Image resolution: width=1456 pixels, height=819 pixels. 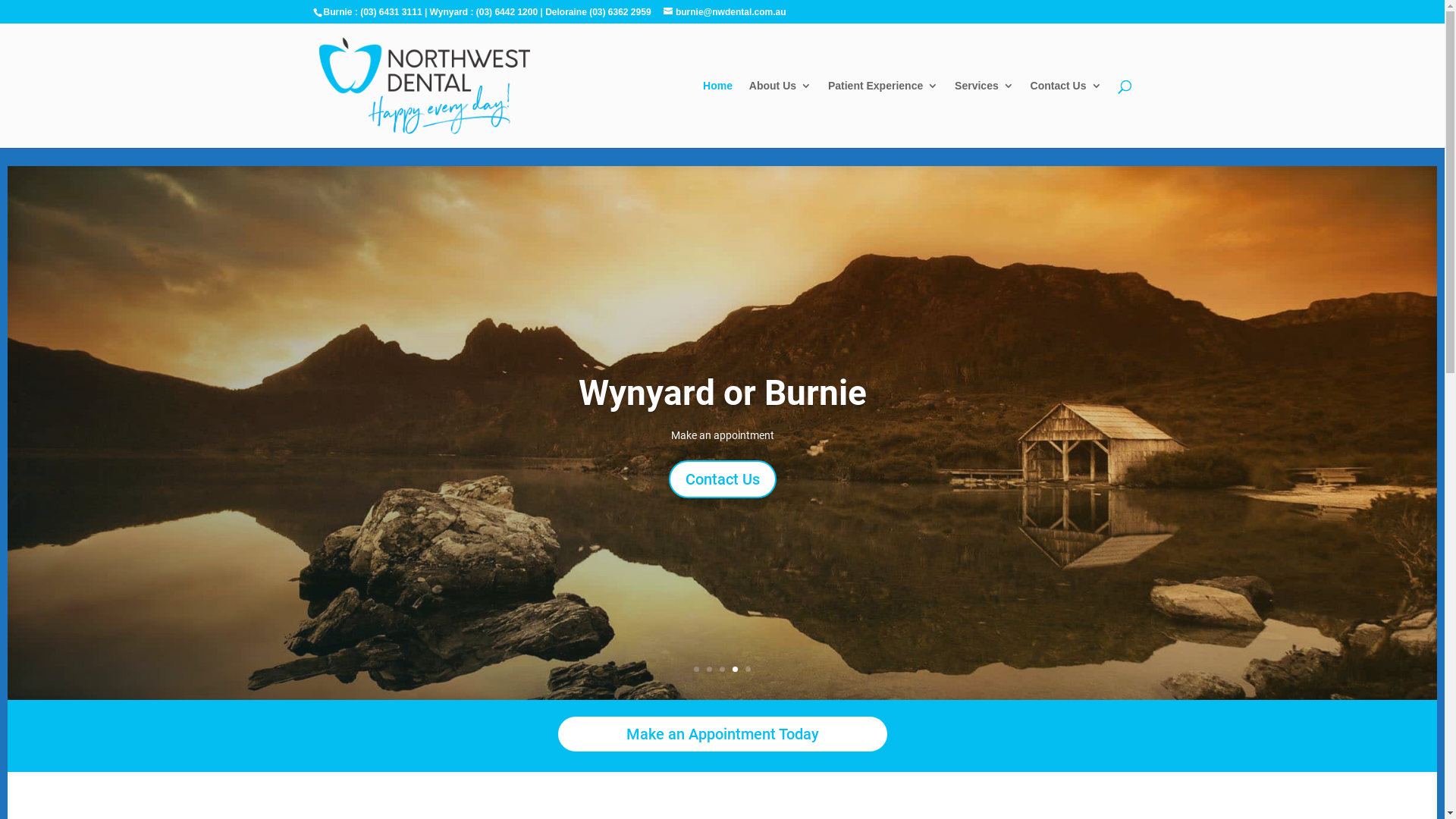 What do you see at coordinates (717, 113) in the screenshot?
I see `'Home'` at bounding box center [717, 113].